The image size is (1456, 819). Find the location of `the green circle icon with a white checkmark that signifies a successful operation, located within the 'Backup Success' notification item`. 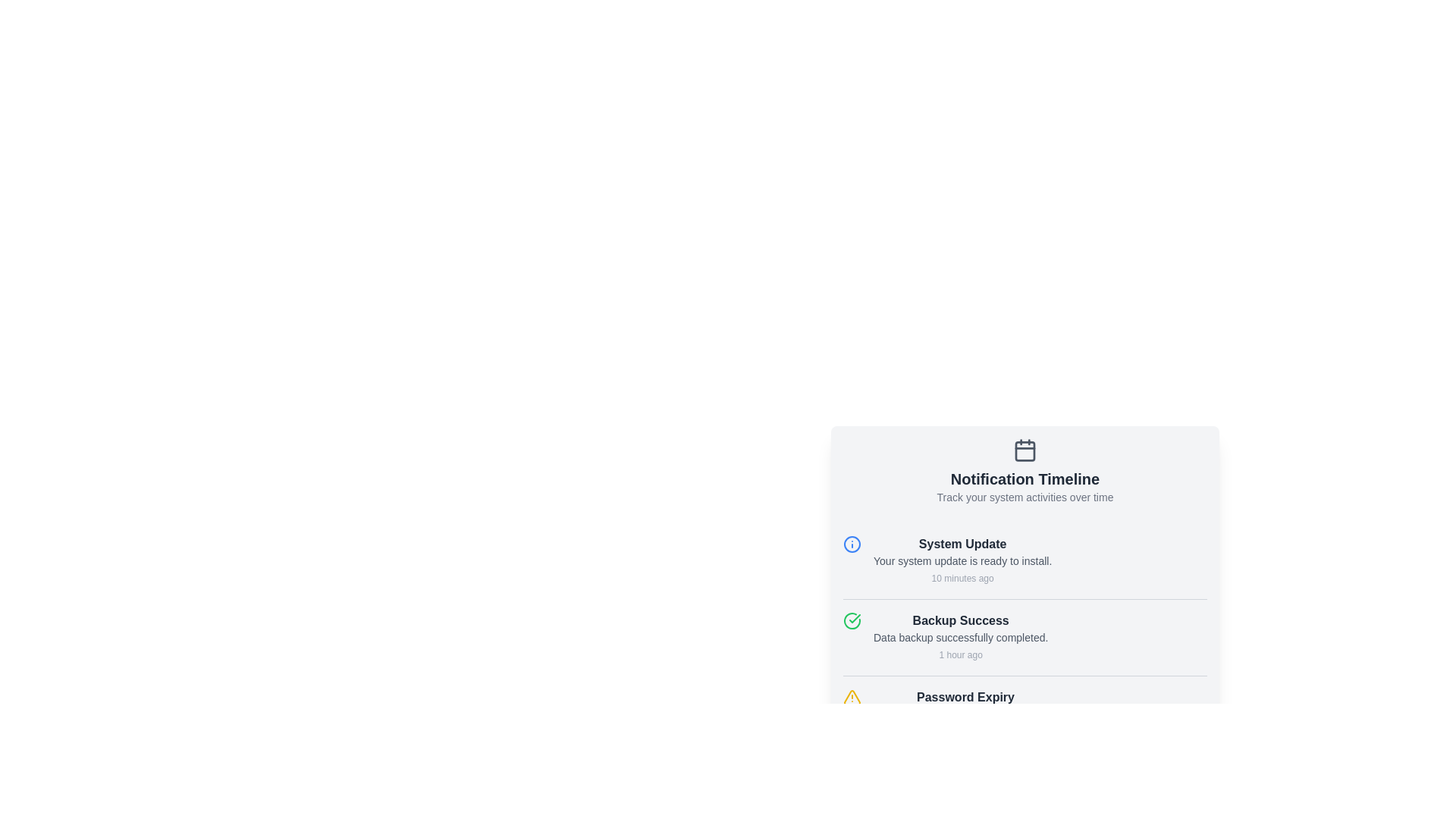

the green circle icon with a white checkmark that signifies a successful operation, located within the 'Backup Success' notification item is located at coordinates (852, 620).